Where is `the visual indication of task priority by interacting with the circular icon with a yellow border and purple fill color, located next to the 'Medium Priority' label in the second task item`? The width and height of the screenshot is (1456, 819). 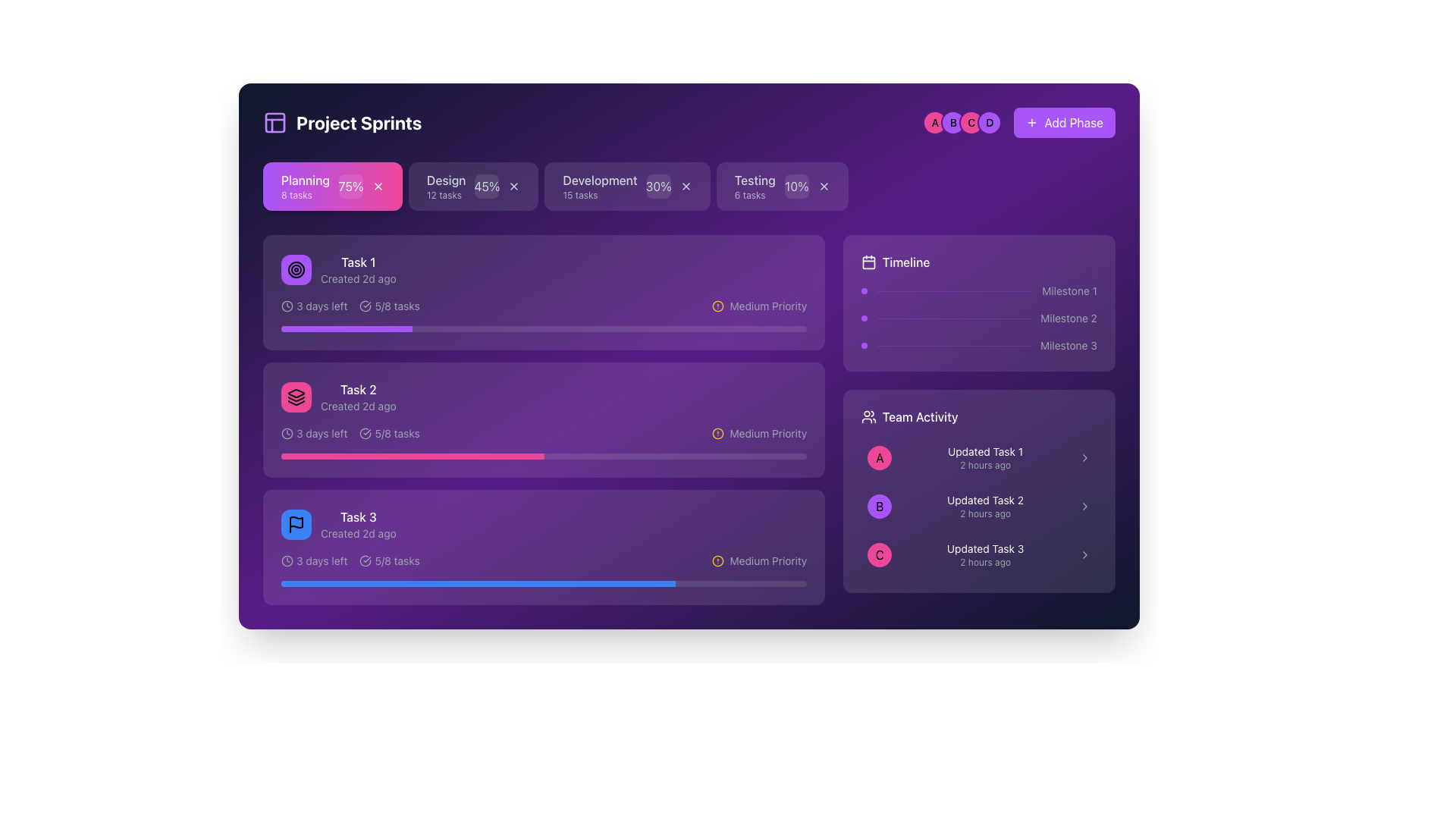
the visual indication of task priority by interacting with the circular icon with a yellow border and purple fill color, located next to the 'Medium Priority' label in the second task item is located at coordinates (717, 433).